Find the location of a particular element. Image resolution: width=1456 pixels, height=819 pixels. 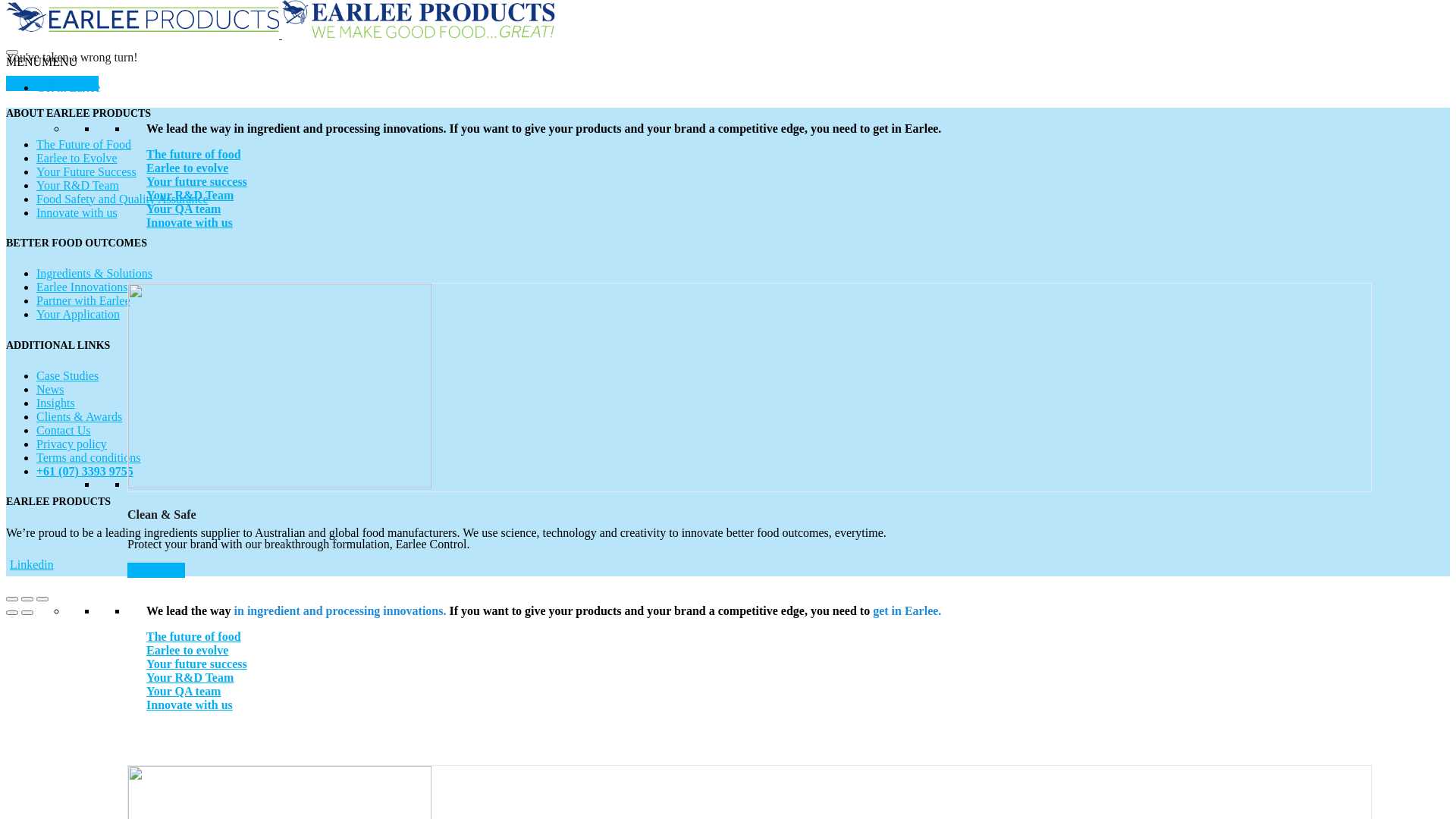

'Zoom in/out' is located at coordinates (36, 598).